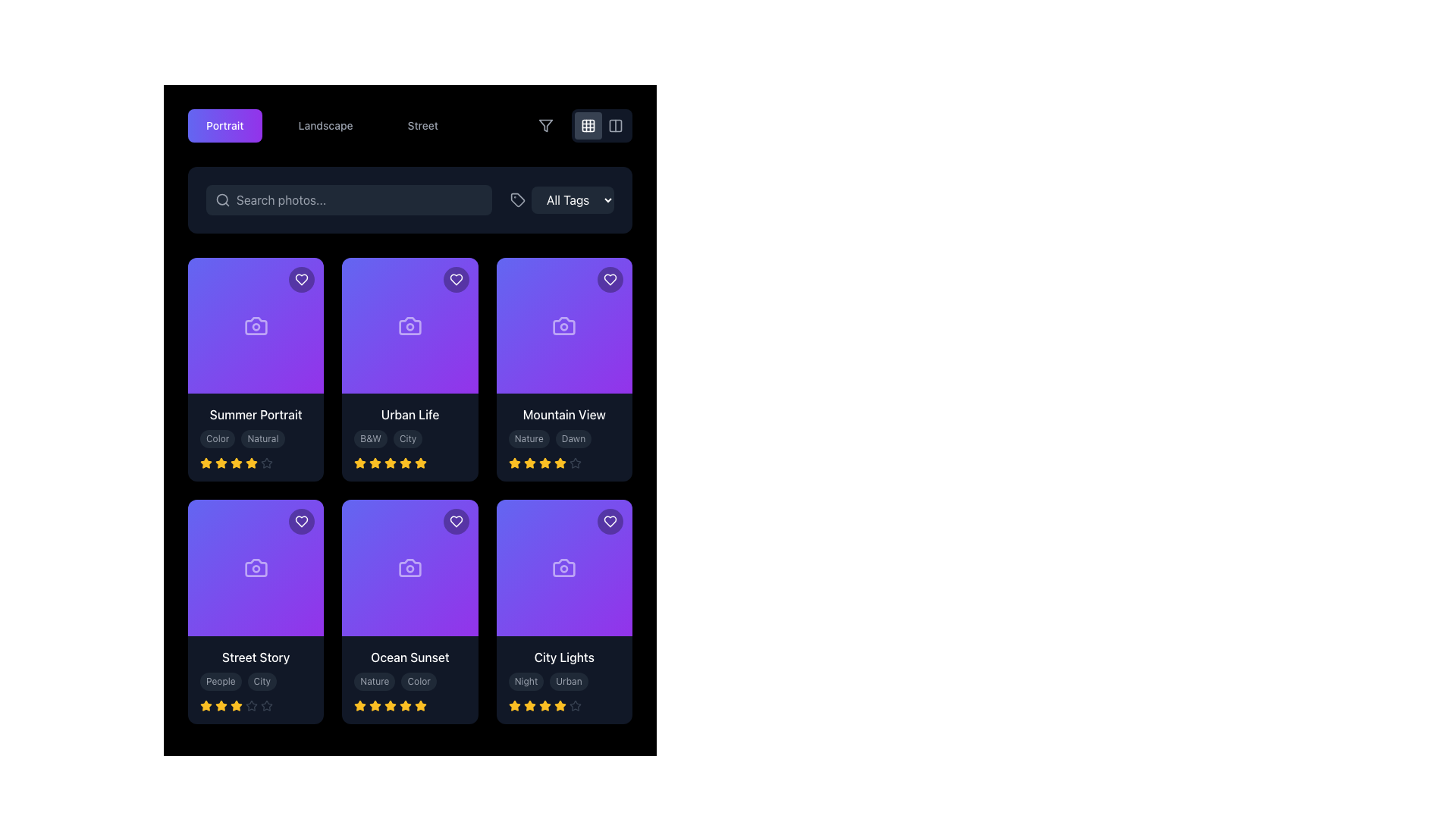  What do you see at coordinates (563, 567) in the screenshot?
I see `the camera icon located in the rightmost card labeled 'City Lights' in the bottom row of the grid layout` at bounding box center [563, 567].